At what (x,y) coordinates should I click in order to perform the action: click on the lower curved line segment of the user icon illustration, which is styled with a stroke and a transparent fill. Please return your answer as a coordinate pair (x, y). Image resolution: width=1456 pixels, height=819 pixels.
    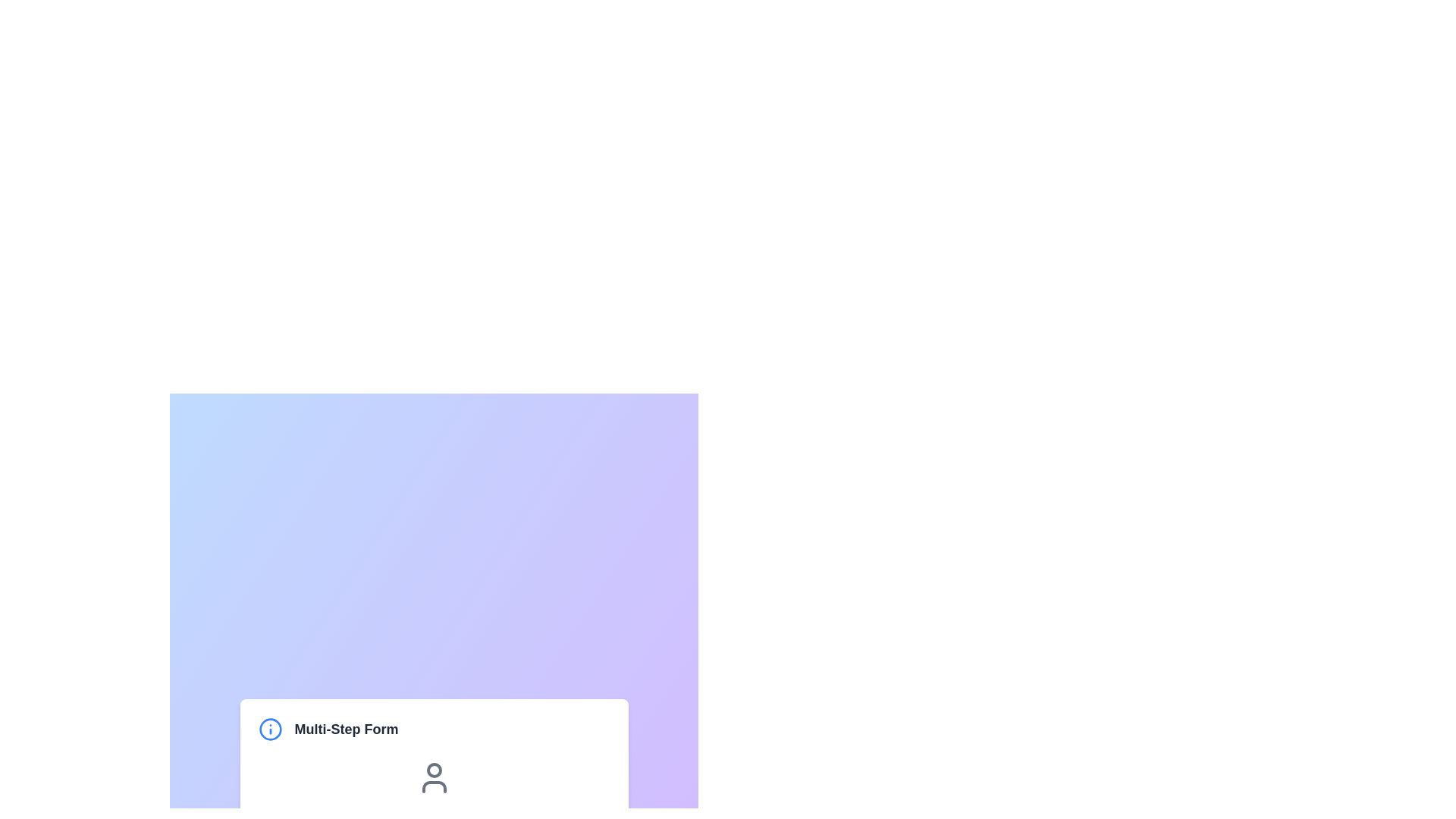
    Looking at the image, I should click on (433, 786).